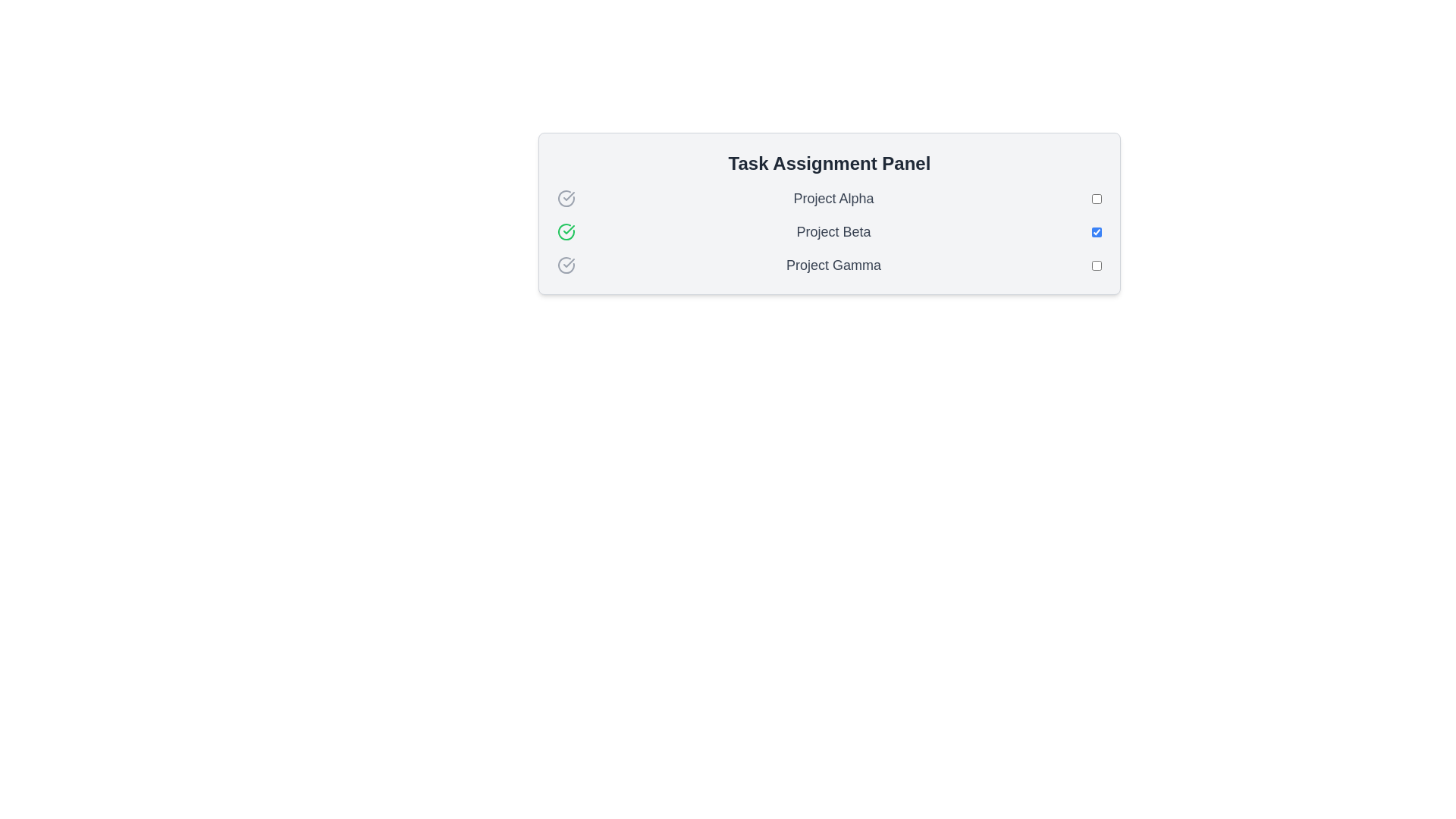 This screenshot has width=1456, height=819. Describe the element at coordinates (566, 265) in the screenshot. I see `the third icon indicating the pending or inactive status of 'Project Gamma' located at the far-left side of the project's entry in the vertical list` at that location.